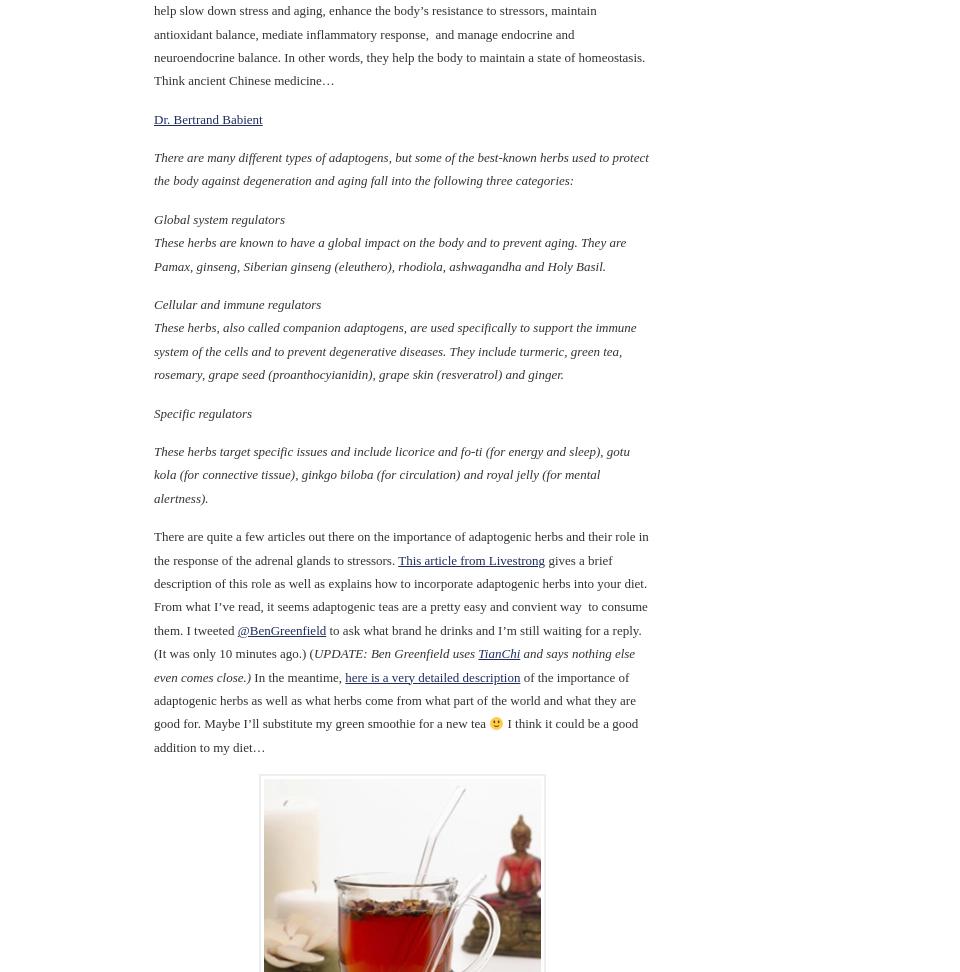  What do you see at coordinates (432, 675) in the screenshot?
I see `'here is a very detailed description'` at bounding box center [432, 675].